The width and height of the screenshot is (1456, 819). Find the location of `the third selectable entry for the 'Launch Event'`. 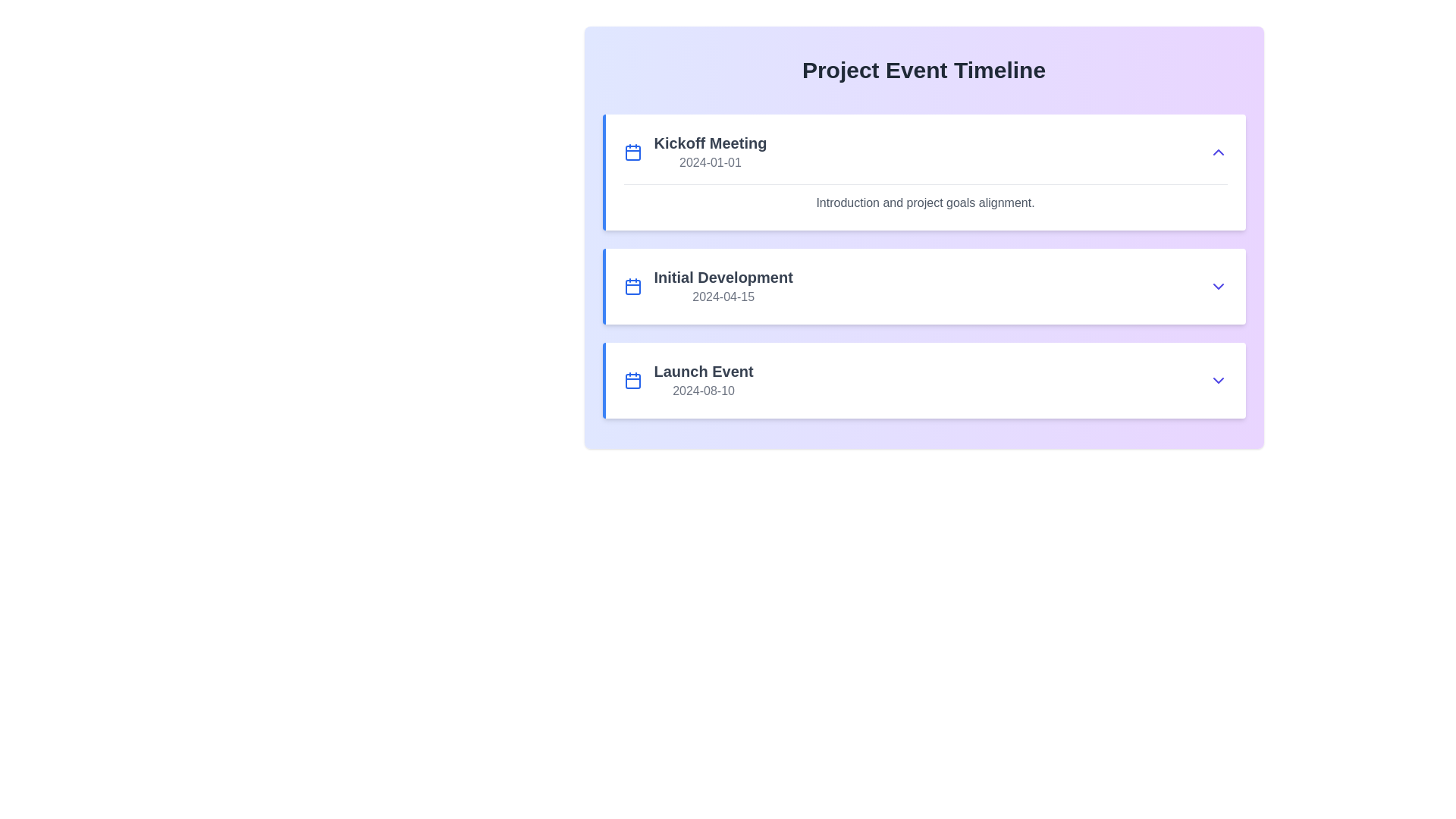

the third selectable entry for the 'Launch Event' is located at coordinates (688, 379).